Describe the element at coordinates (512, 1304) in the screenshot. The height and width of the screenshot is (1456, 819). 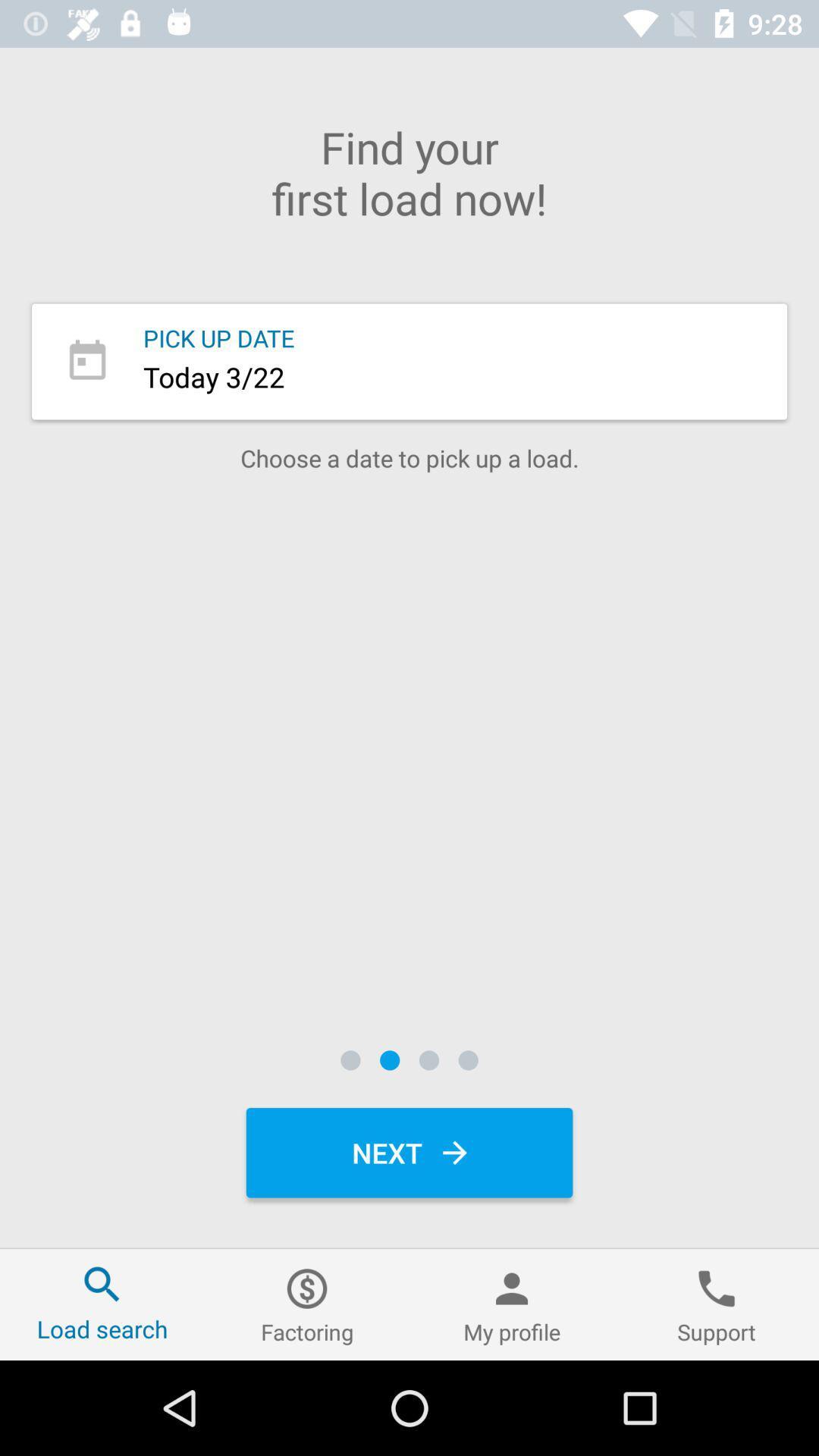
I see `icon next to support icon` at that location.